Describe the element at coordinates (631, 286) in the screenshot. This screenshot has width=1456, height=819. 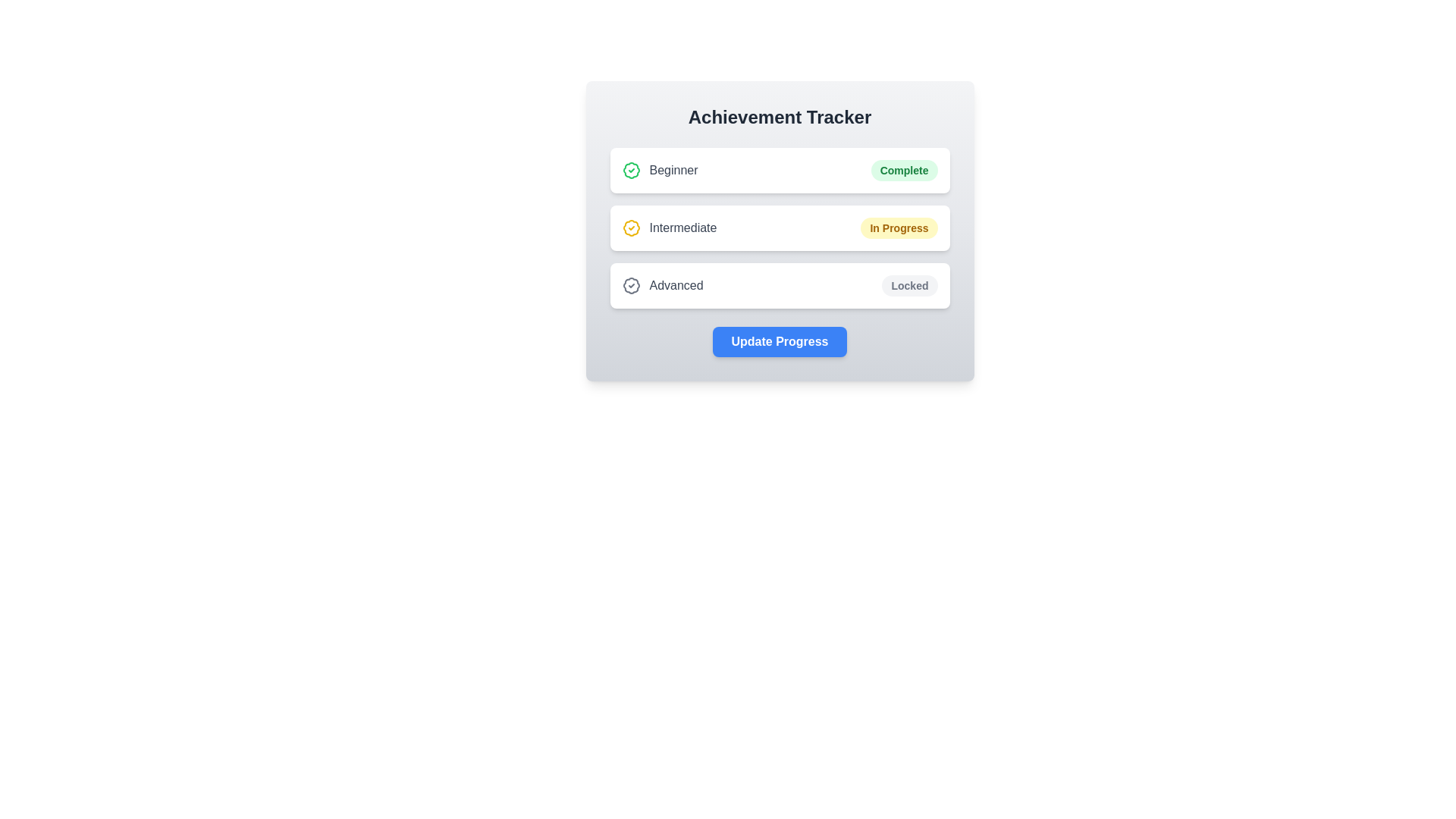
I see `the status indicator badge that visually signifies an achievement related to the 'Advanced' label by moving the cursor to its center` at that location.